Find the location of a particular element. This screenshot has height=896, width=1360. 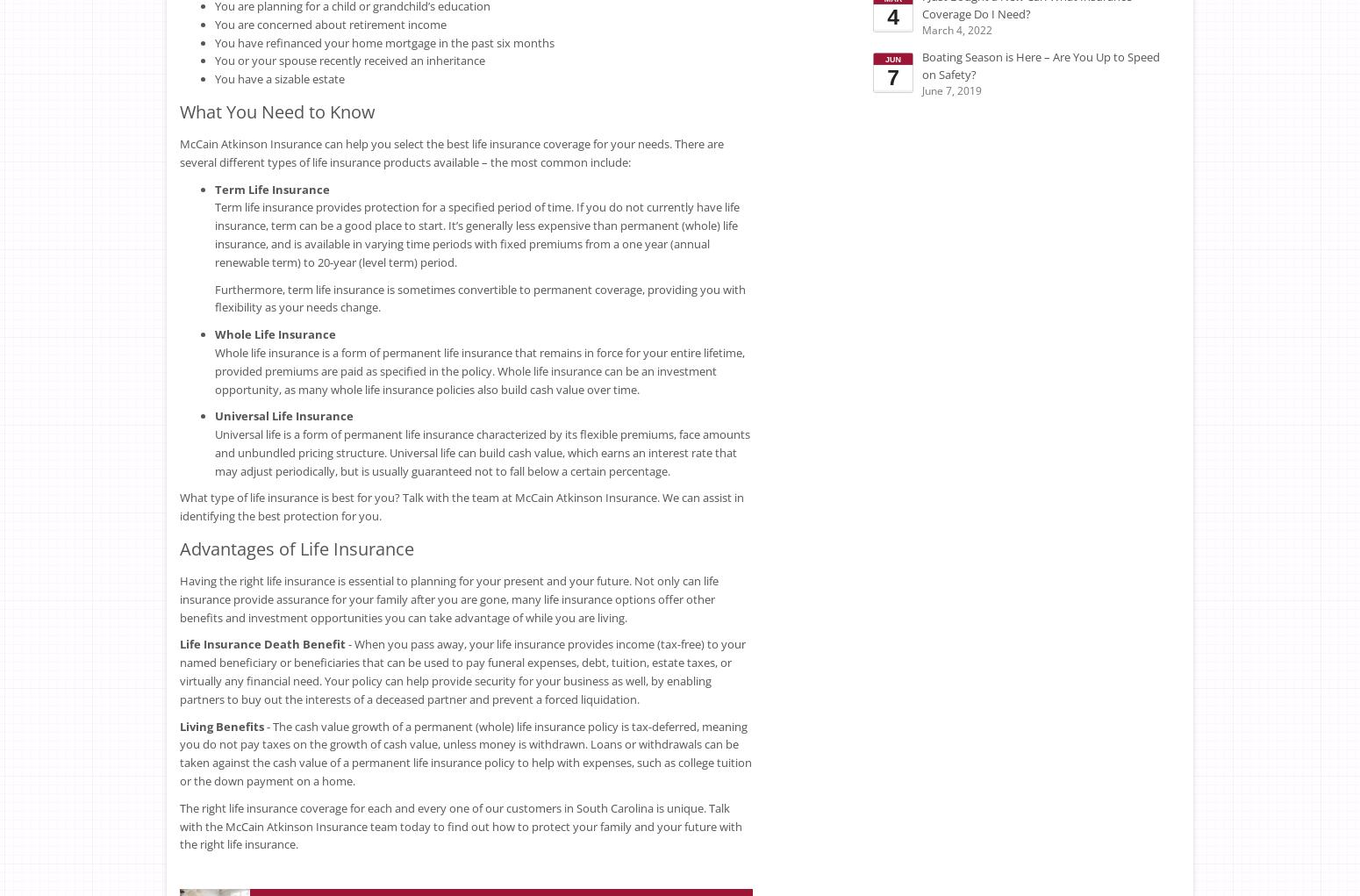

'Whole Life Insurance' is located at coordinates (275, 334).